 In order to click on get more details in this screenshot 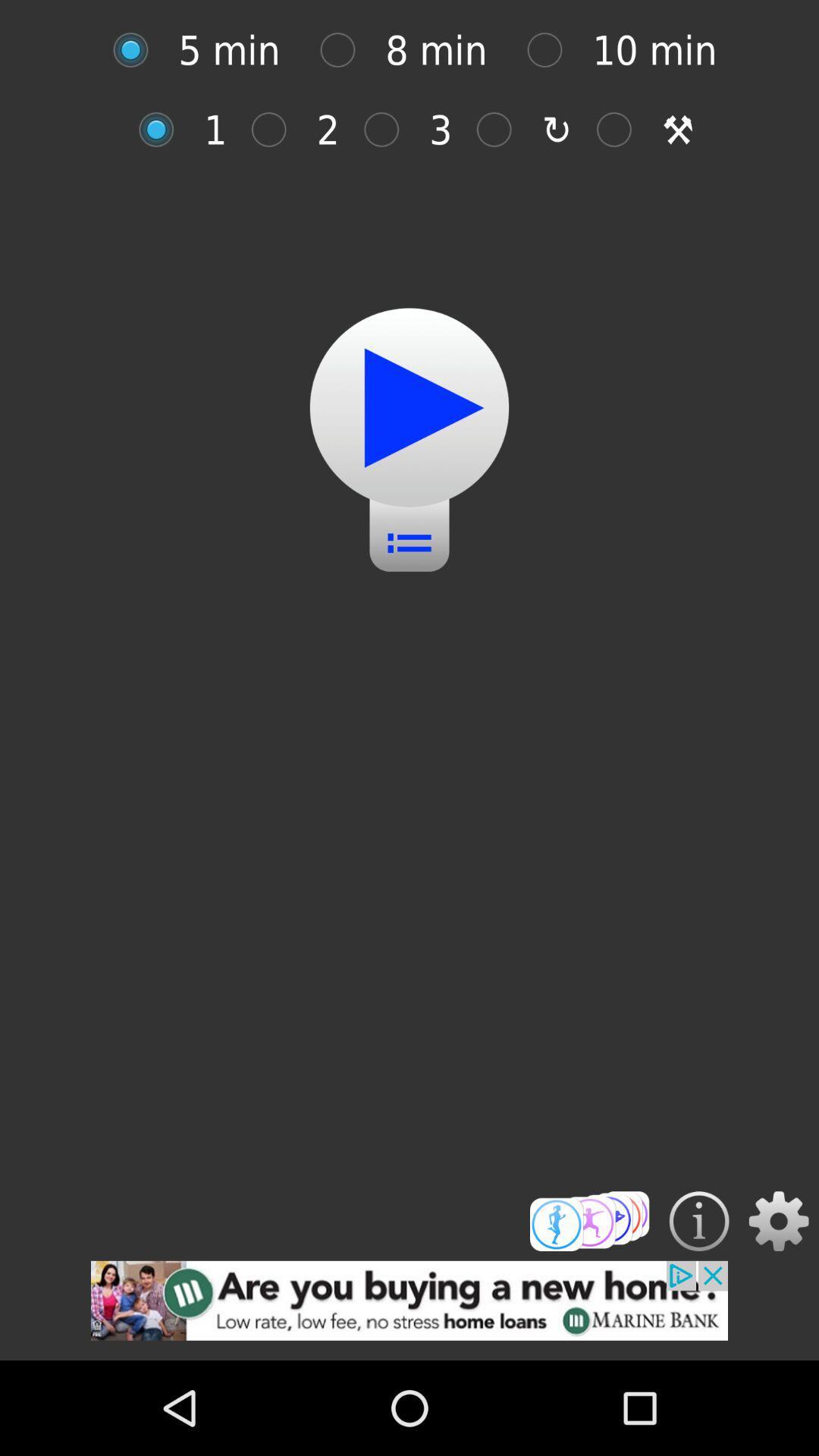, I will do `click(699, 1221)`.